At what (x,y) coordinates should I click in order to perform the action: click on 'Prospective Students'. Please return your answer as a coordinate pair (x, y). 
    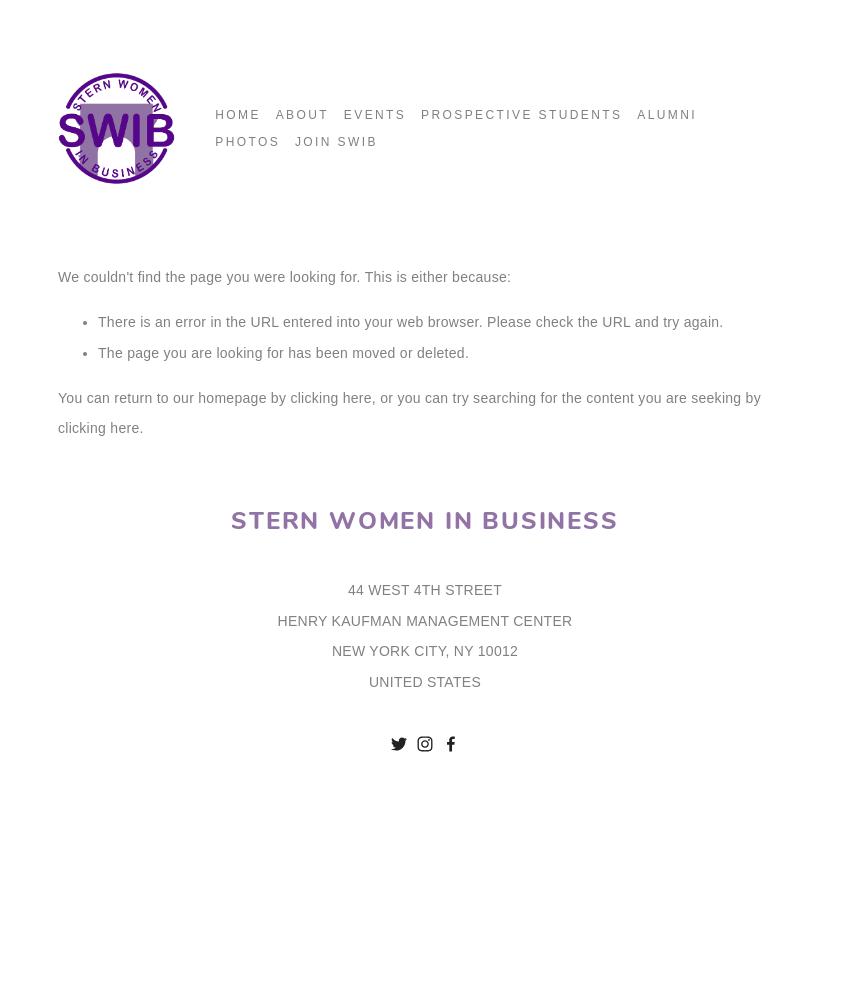
    Looking at the image, I should click on (520, 114).